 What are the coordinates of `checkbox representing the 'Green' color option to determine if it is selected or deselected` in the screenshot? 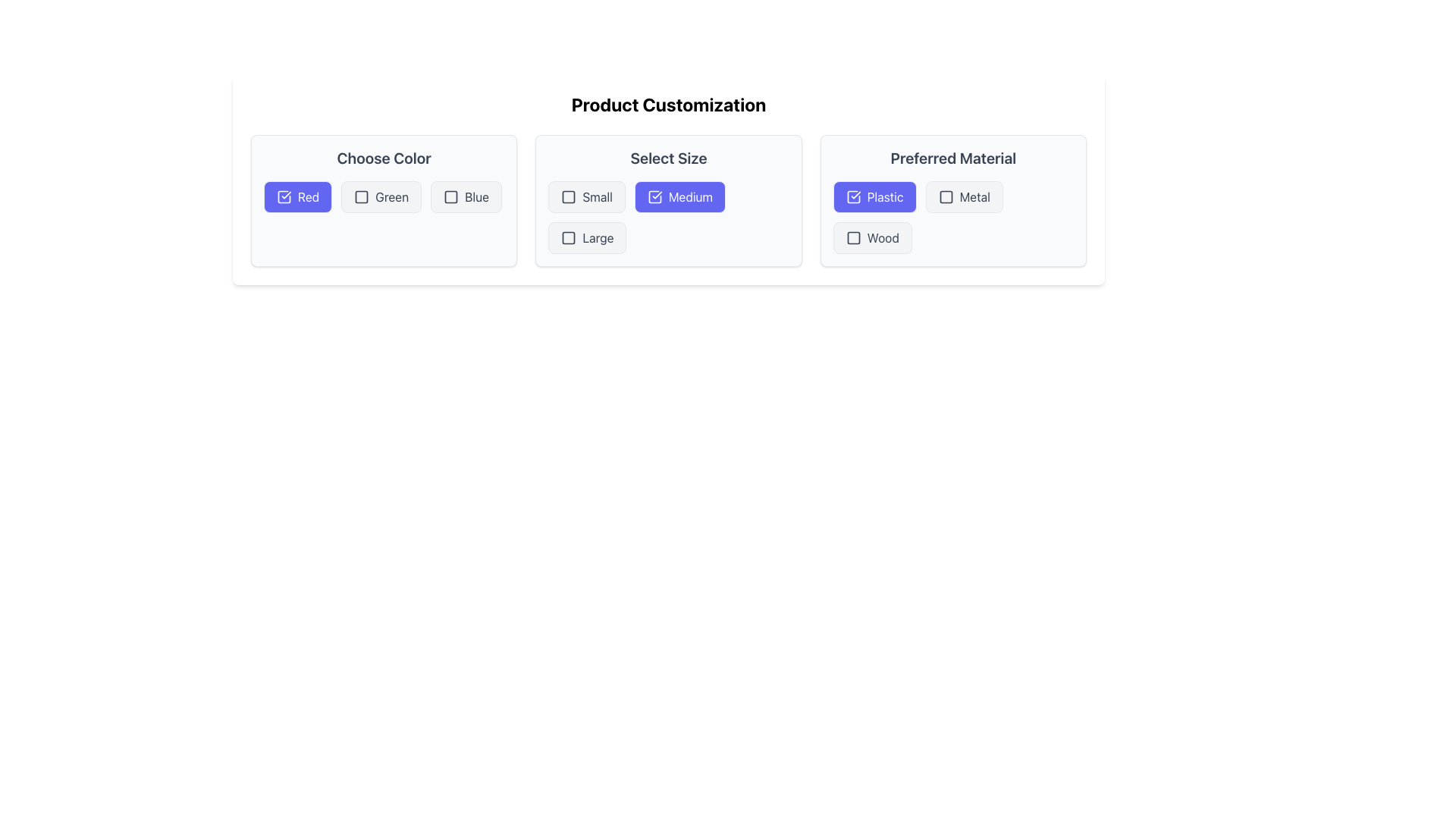 It's located at (361, 196).